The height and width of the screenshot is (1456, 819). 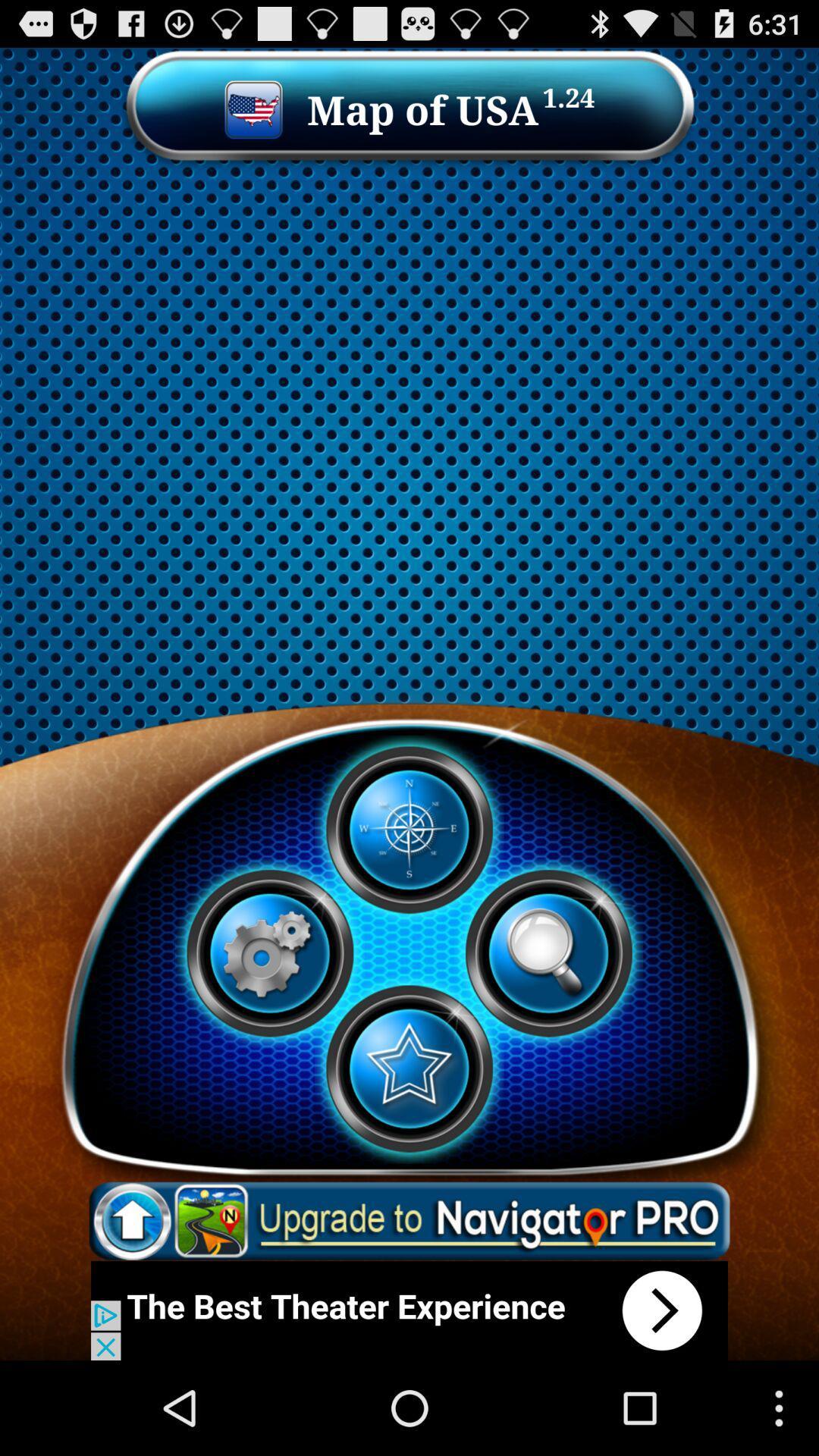 I want to click on settings option, so click(x=268, y=952).